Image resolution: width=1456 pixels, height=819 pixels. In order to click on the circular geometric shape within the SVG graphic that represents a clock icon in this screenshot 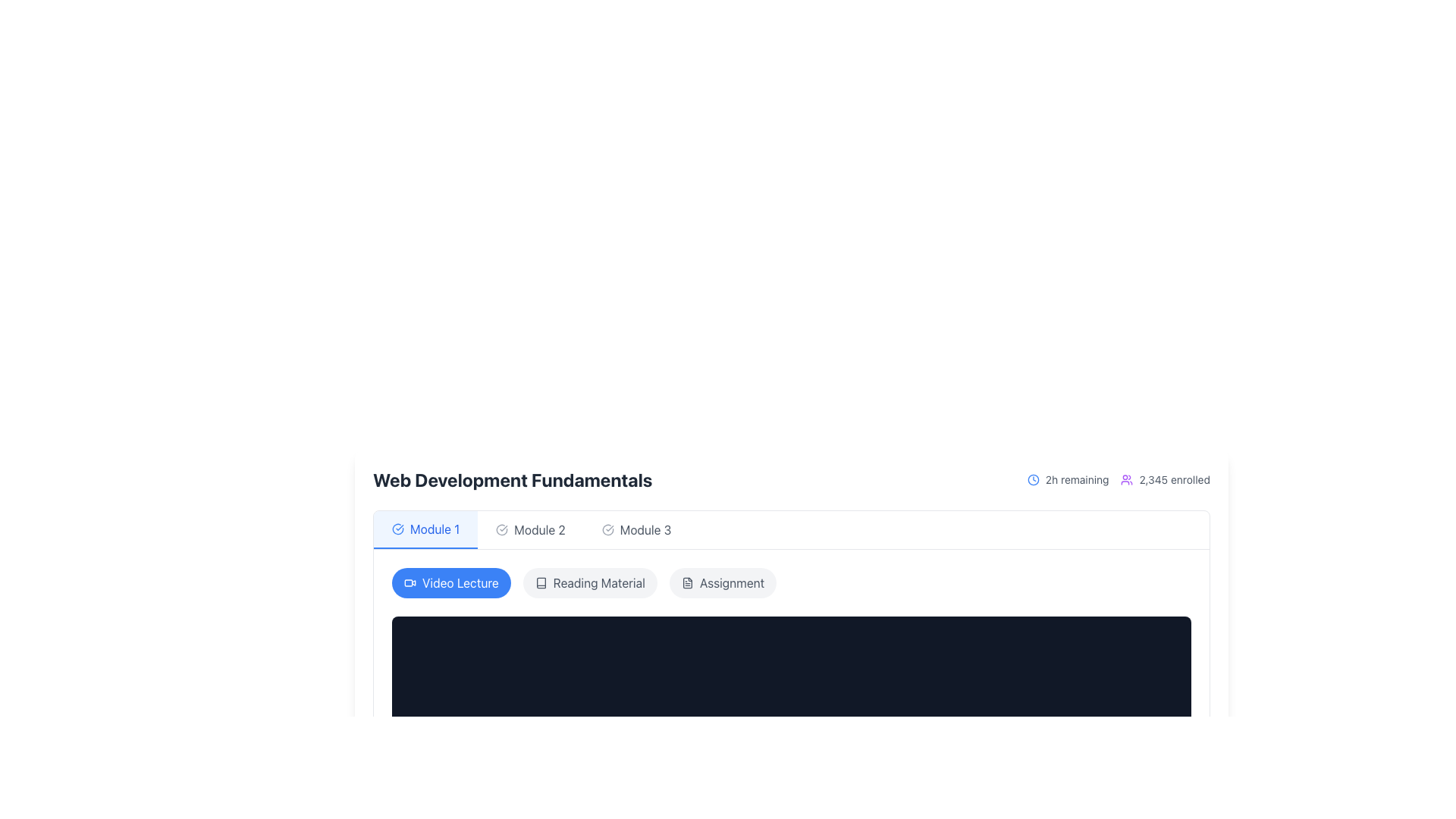, I will do `click(1032, 479)`.